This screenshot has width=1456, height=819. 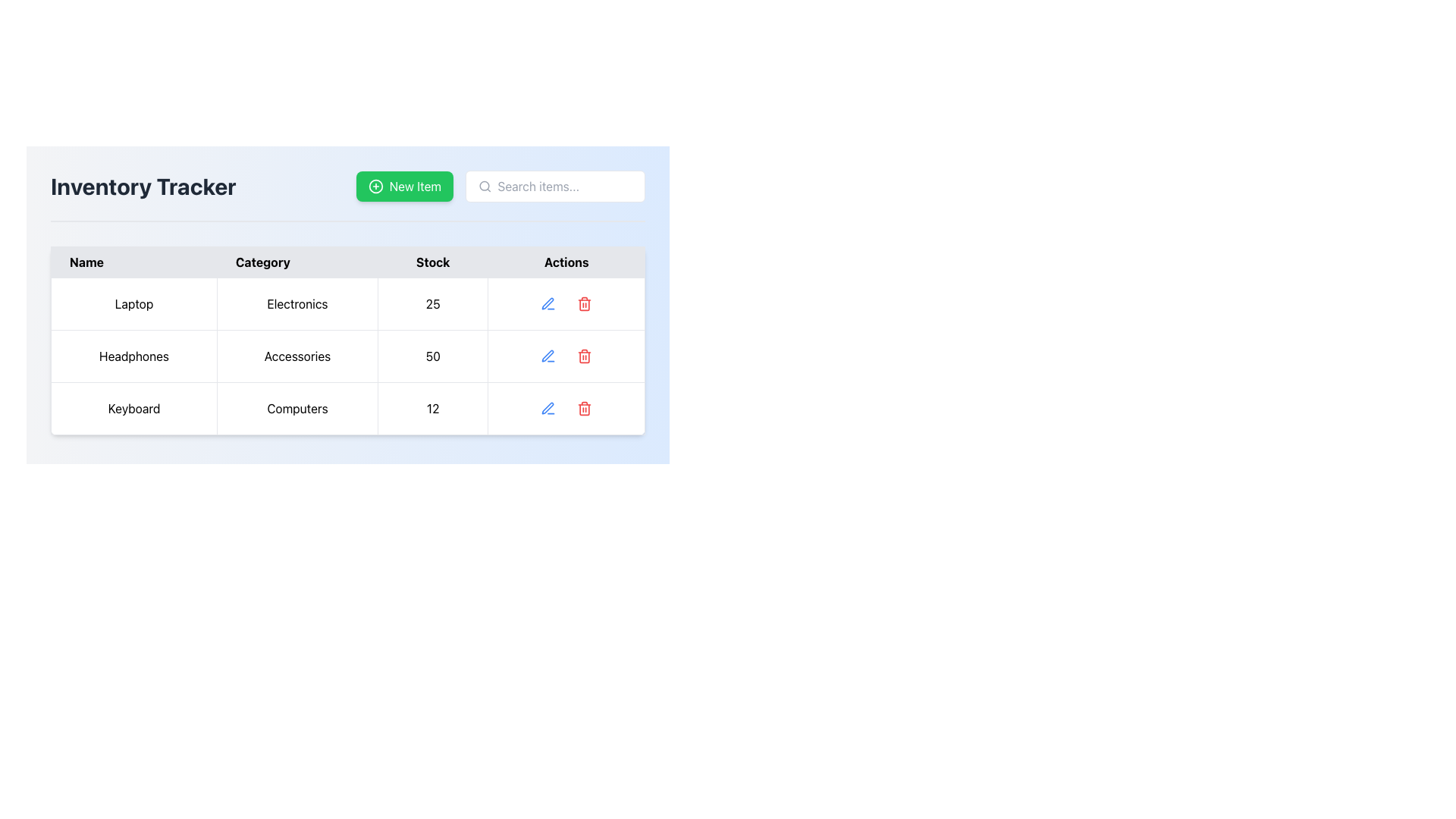 What do you see at coordinates (297, 304) in the screenshot?
I see `text content of the text label 'Electronics' located in the second column of the first row of the table` at bounding box center [297, 304].